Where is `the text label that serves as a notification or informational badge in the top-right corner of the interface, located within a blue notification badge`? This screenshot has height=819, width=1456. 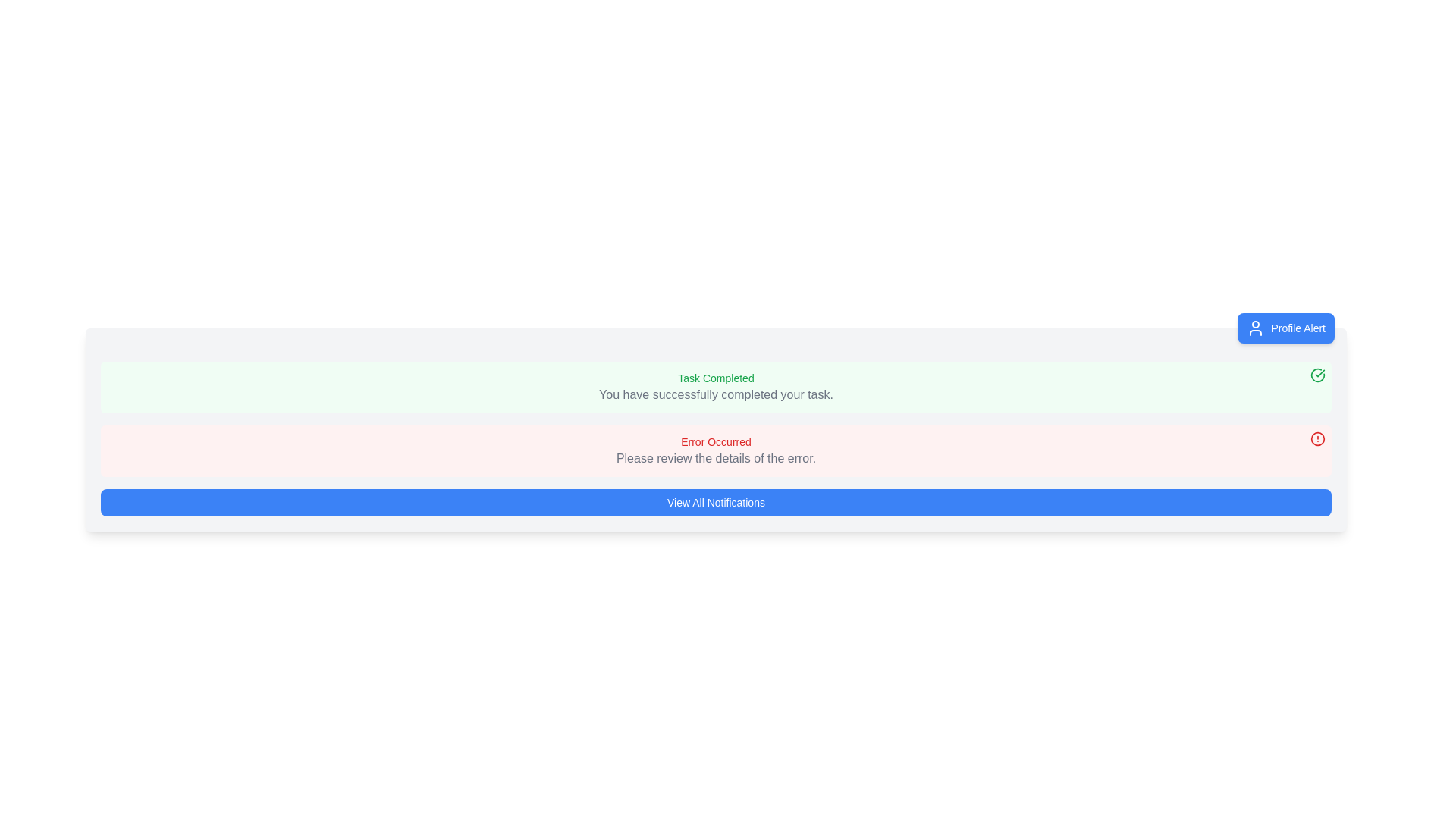
the text label that serves as a notification or informational badge in the top-right corner of the interface, located within a blue notification badge is located at coordinates (1298, 327).